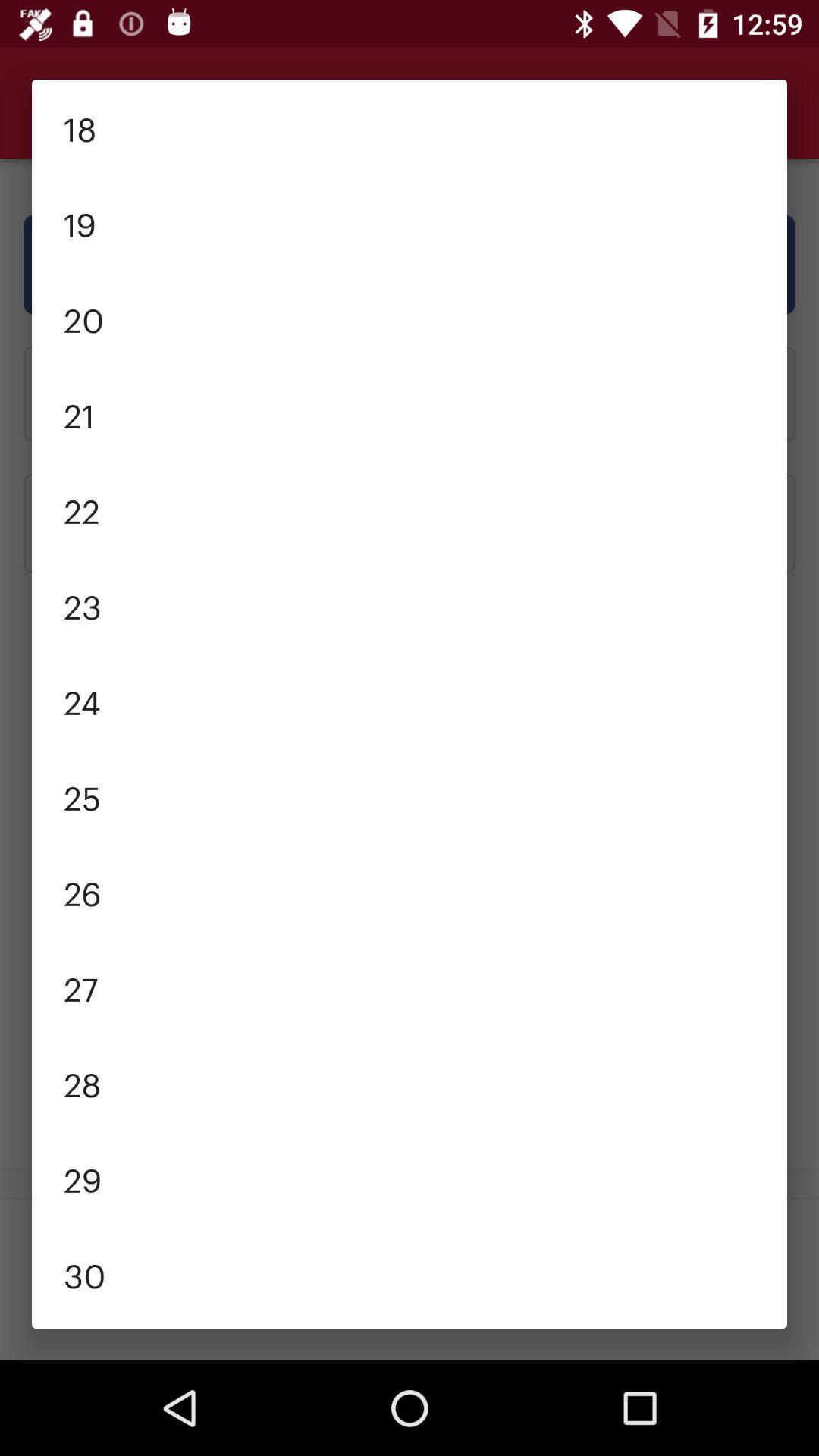 The width and height of the screenshot is (819, 1456). What do you see at coordinates (409, 892) in the screenshot?
I see `26` at bounding box center [409, 892].